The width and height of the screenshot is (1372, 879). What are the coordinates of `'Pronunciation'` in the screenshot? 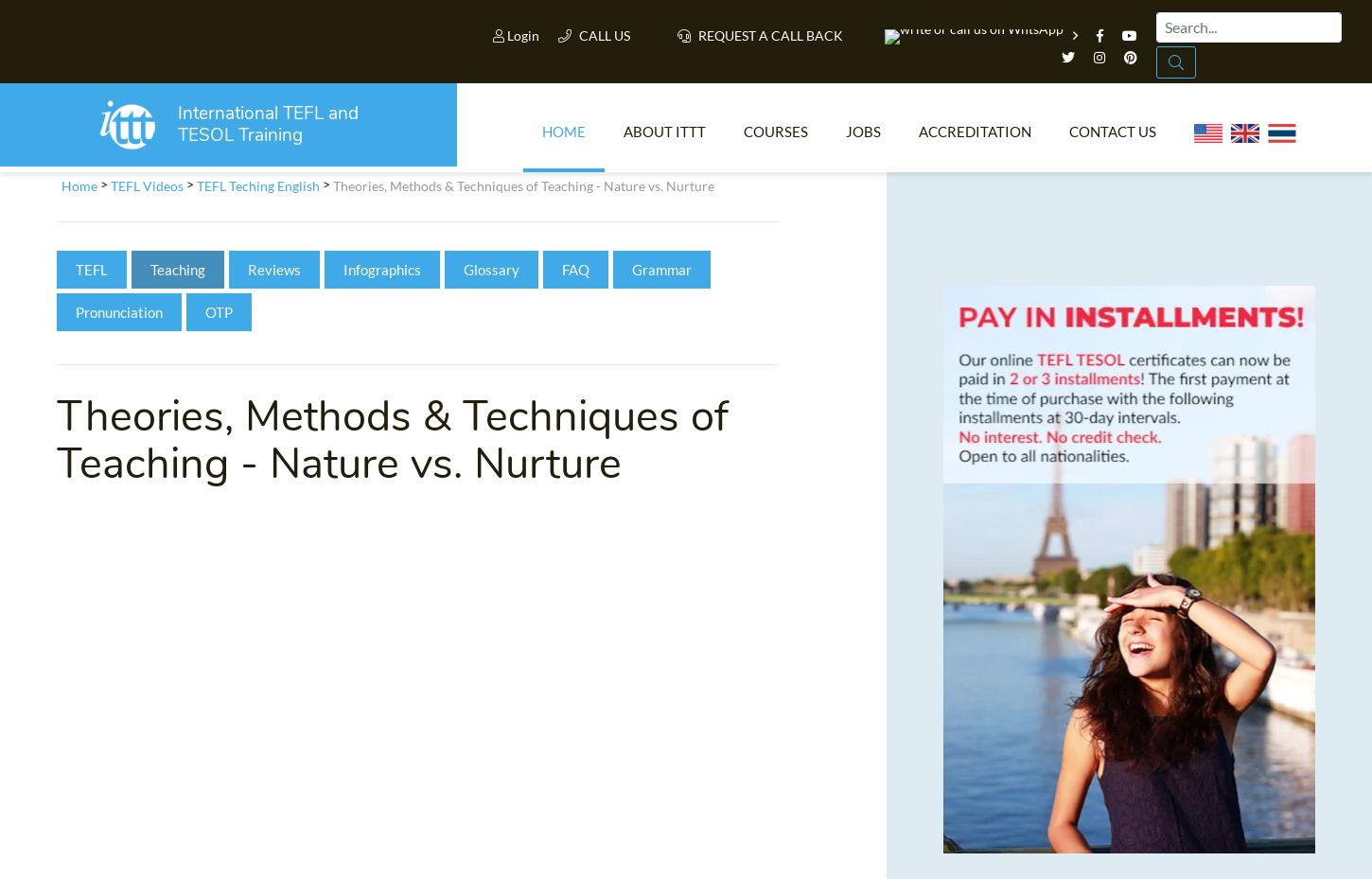 It's located at (118, 319).